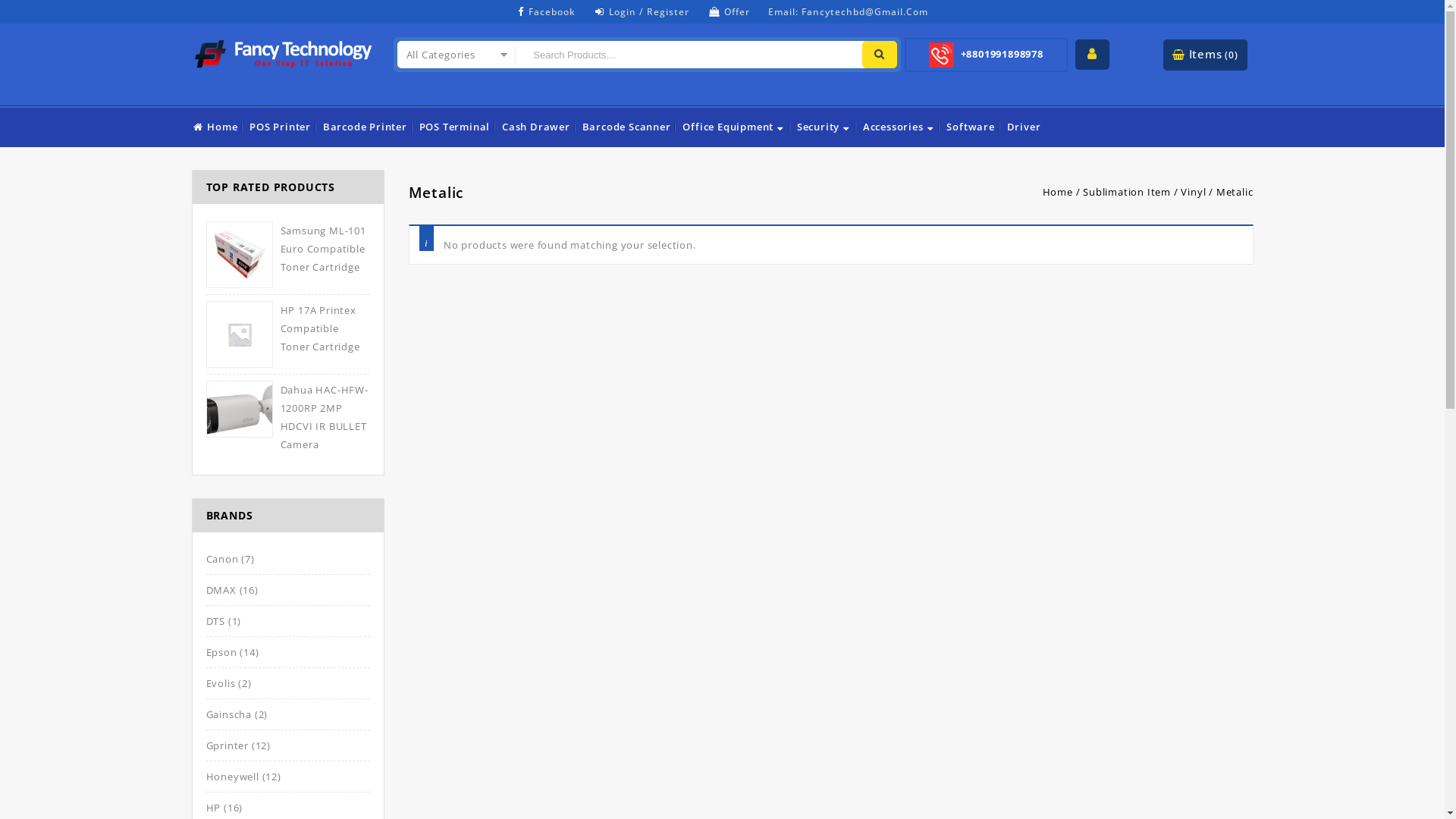 Image resolution: width=1456 pixels, height=819 pixels. Describe the element at coordinates (287, 417) in the screenshot. I see `'Dahua HAC-HFW-1200RP 2MP HDCVI IR BULLET Camera'` at that location.